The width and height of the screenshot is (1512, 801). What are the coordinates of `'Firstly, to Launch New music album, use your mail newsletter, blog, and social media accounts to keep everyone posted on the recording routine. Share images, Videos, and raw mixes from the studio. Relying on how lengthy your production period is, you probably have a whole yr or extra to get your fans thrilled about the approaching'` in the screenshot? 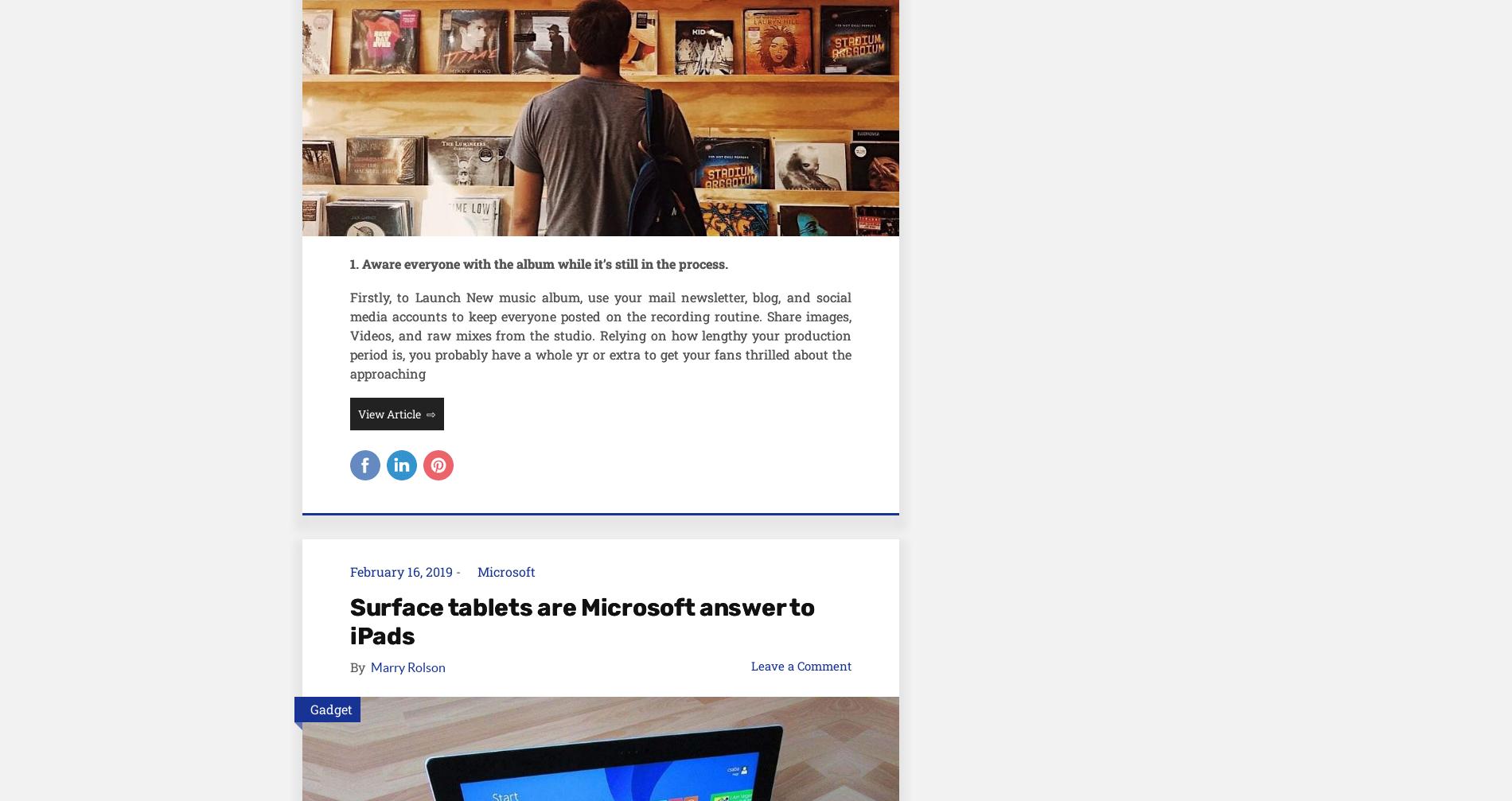 It's located at (600, 335).